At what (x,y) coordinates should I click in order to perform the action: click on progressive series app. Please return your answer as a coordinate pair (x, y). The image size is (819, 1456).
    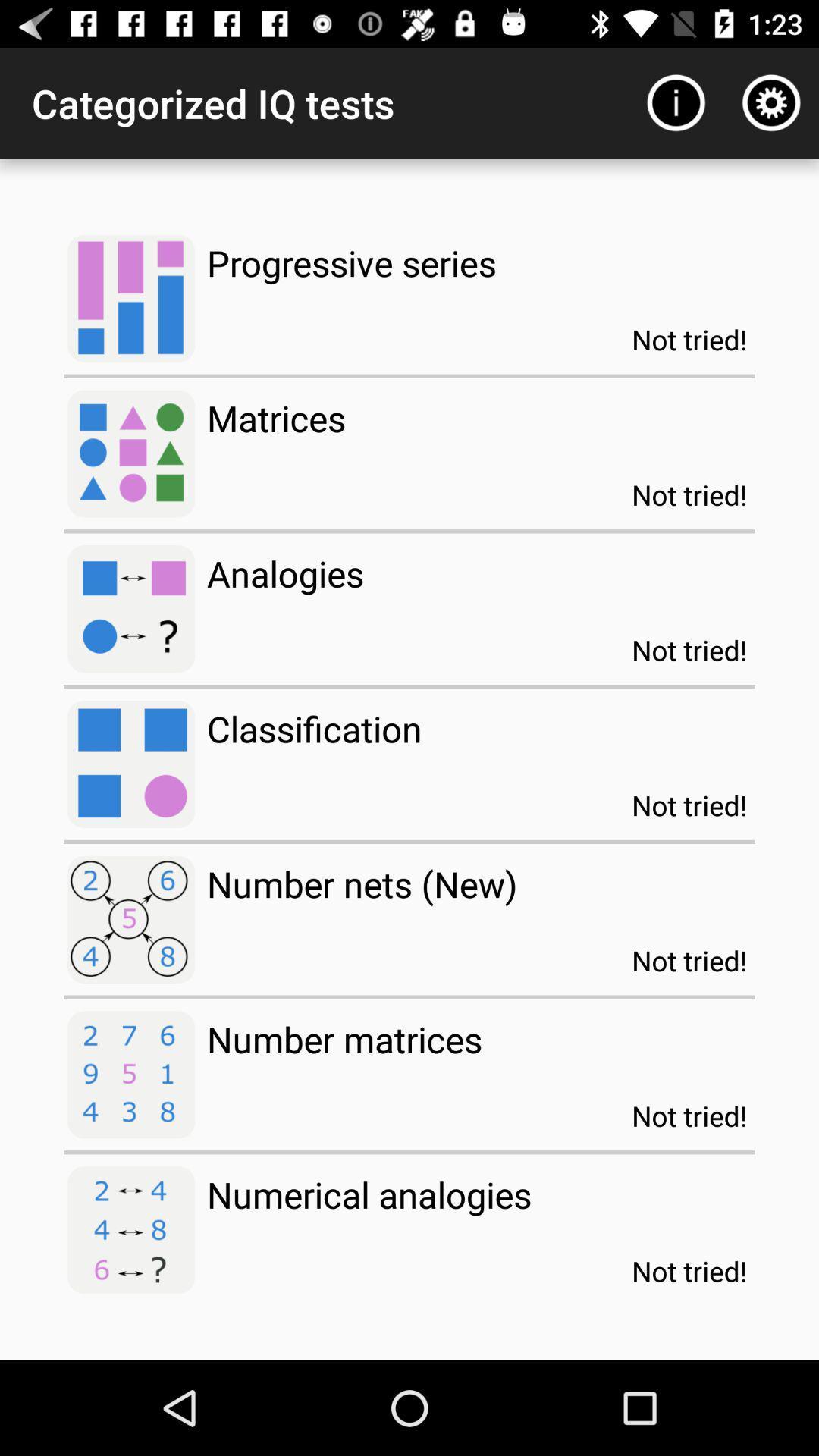
    Looking at the image, I should click on (351, 262).